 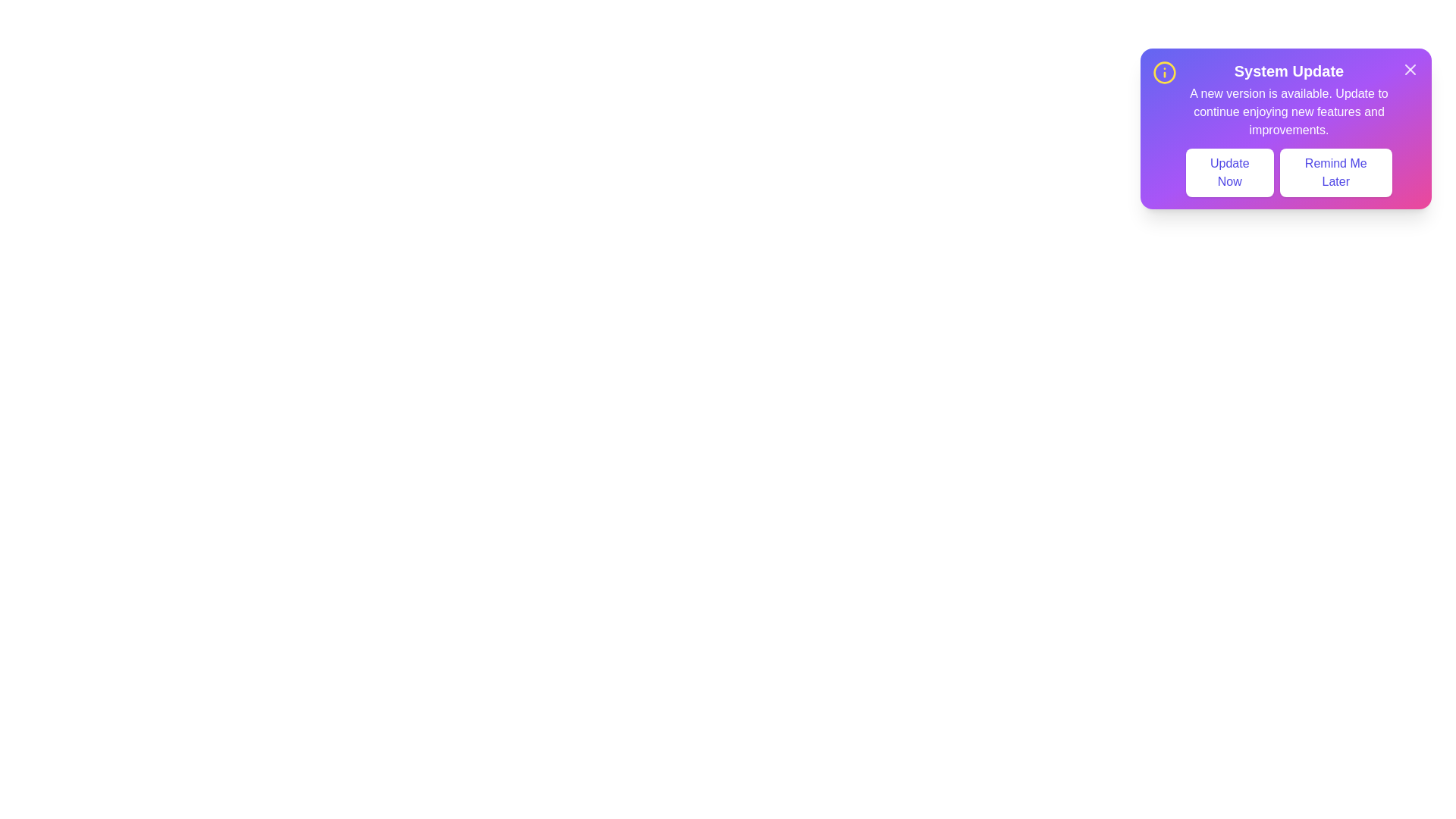 What do you see at coordinates (1229, 171) in the screenshot?
I see `the Update Now button to perform the corresponding action` at bounding box center [1229, 171].